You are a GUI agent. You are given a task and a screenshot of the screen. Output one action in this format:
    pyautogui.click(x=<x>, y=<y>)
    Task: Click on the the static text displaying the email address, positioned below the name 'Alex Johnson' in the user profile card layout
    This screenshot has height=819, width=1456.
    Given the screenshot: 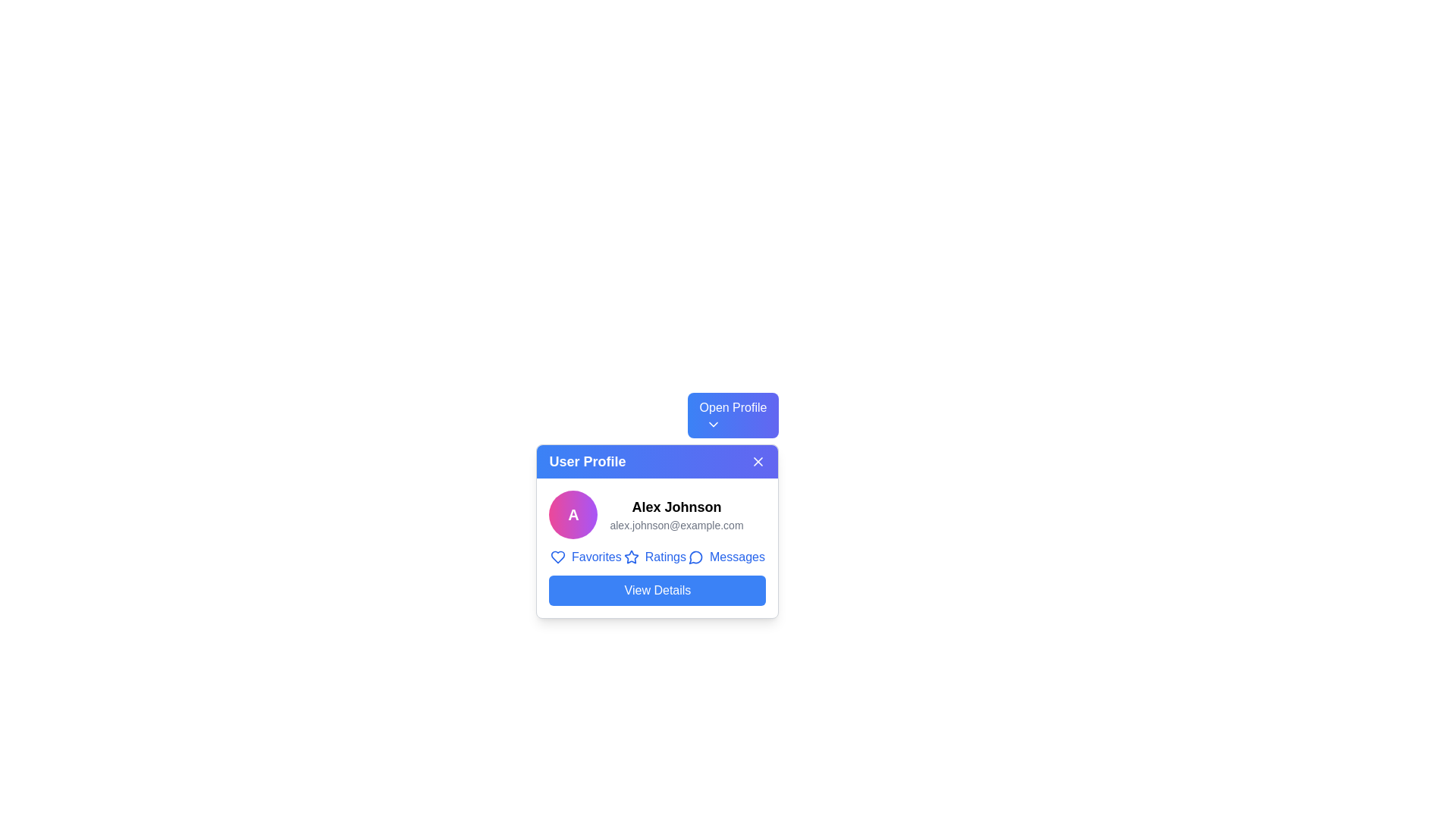 What is the action you would take?
    pyautogui.click(x=676, y=525)
    